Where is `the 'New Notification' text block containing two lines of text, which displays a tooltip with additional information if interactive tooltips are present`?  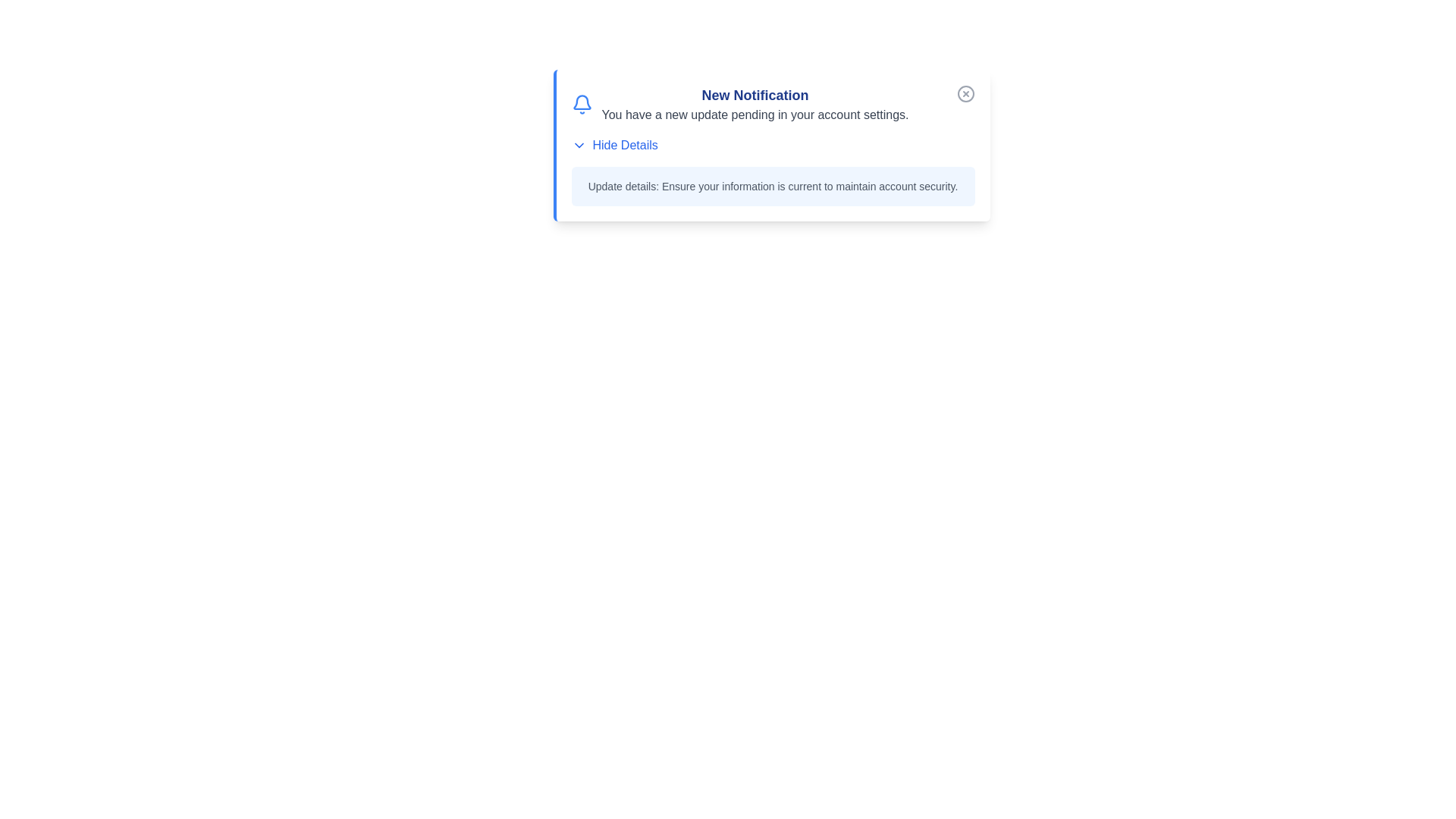
the 'New Notification' text block containing two lines of text, which displays a tooltip with additional information if interactive tooltips are present is located at coordinates (755, 104).